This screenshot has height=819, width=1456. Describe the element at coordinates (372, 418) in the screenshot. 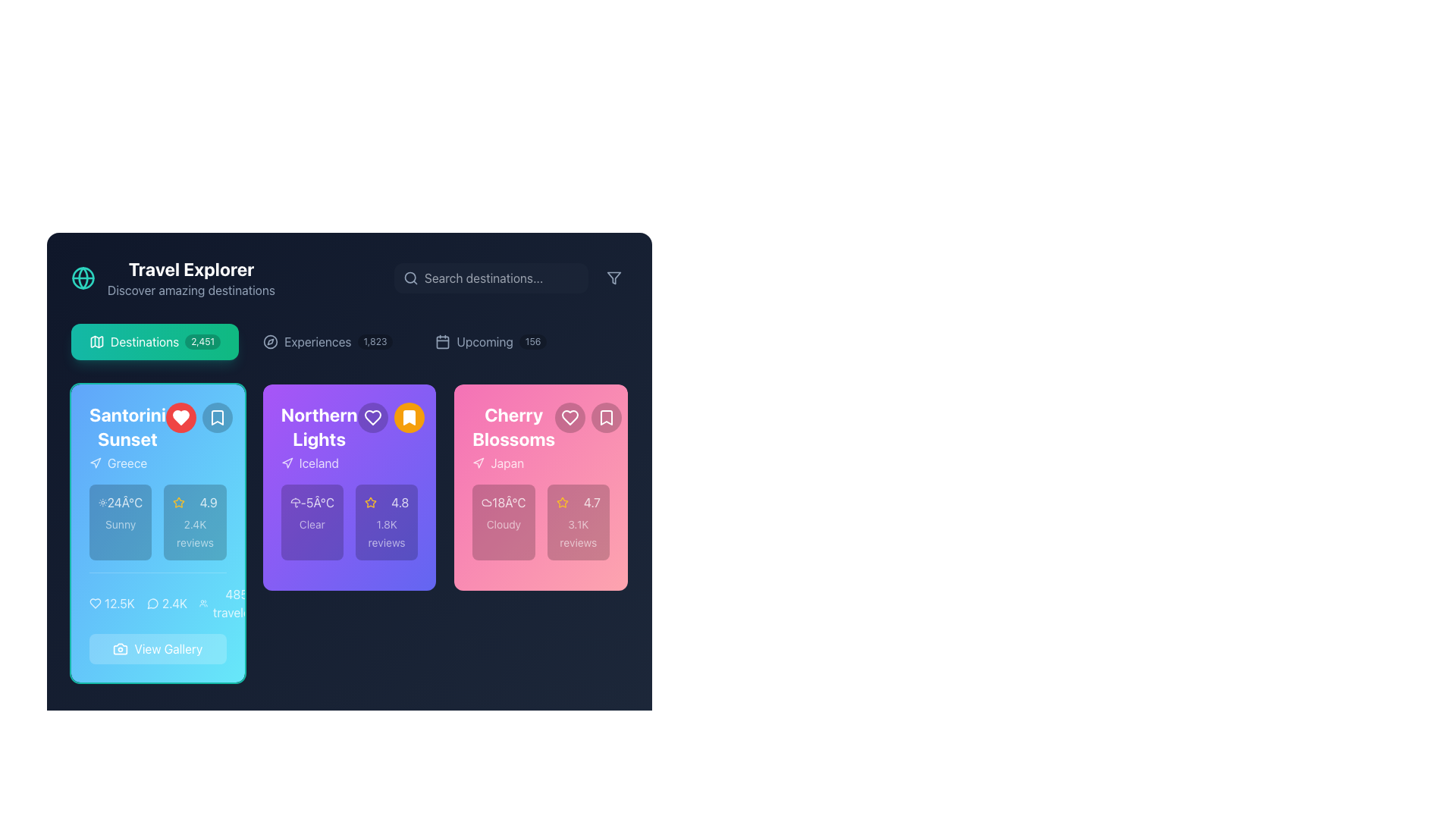

I see `the heart icon located in the upper-right area of the card for the 'Northern Lights' travel destination to mark it as a favorite` at that location.